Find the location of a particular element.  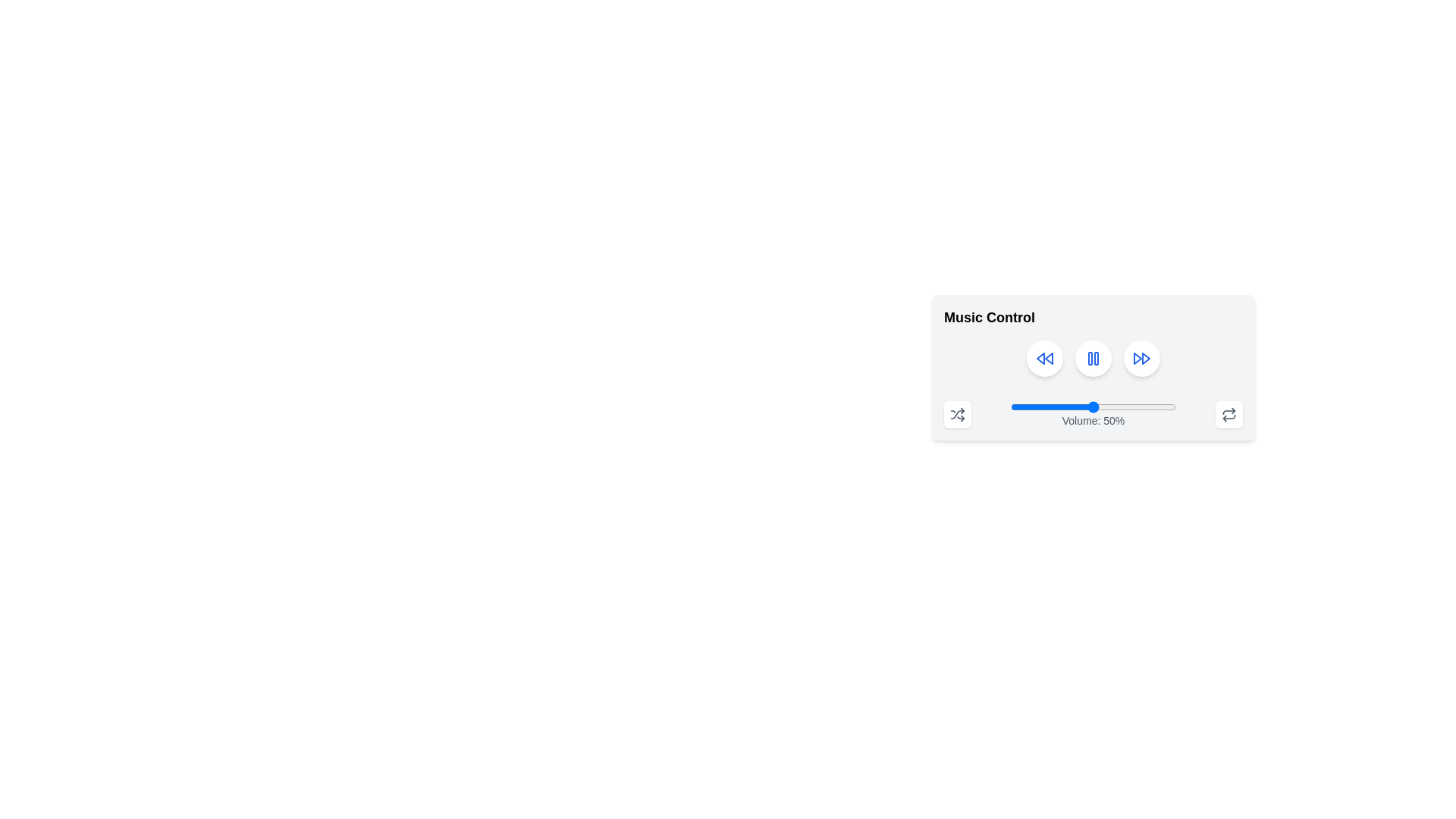

volume is located at coordinates (1098, 406).